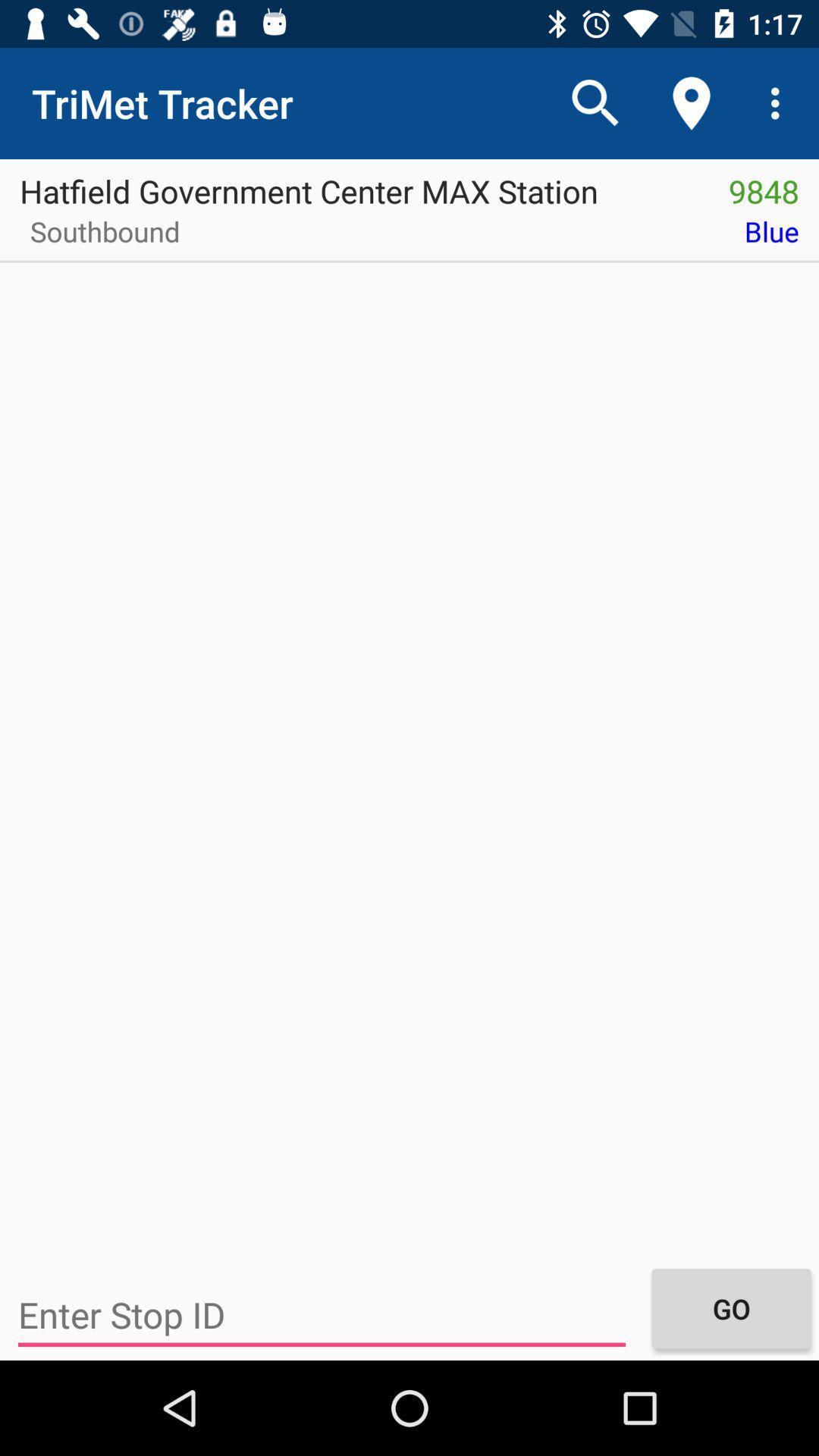  I want to click on item next to trimet tracker, so click(595, 102).